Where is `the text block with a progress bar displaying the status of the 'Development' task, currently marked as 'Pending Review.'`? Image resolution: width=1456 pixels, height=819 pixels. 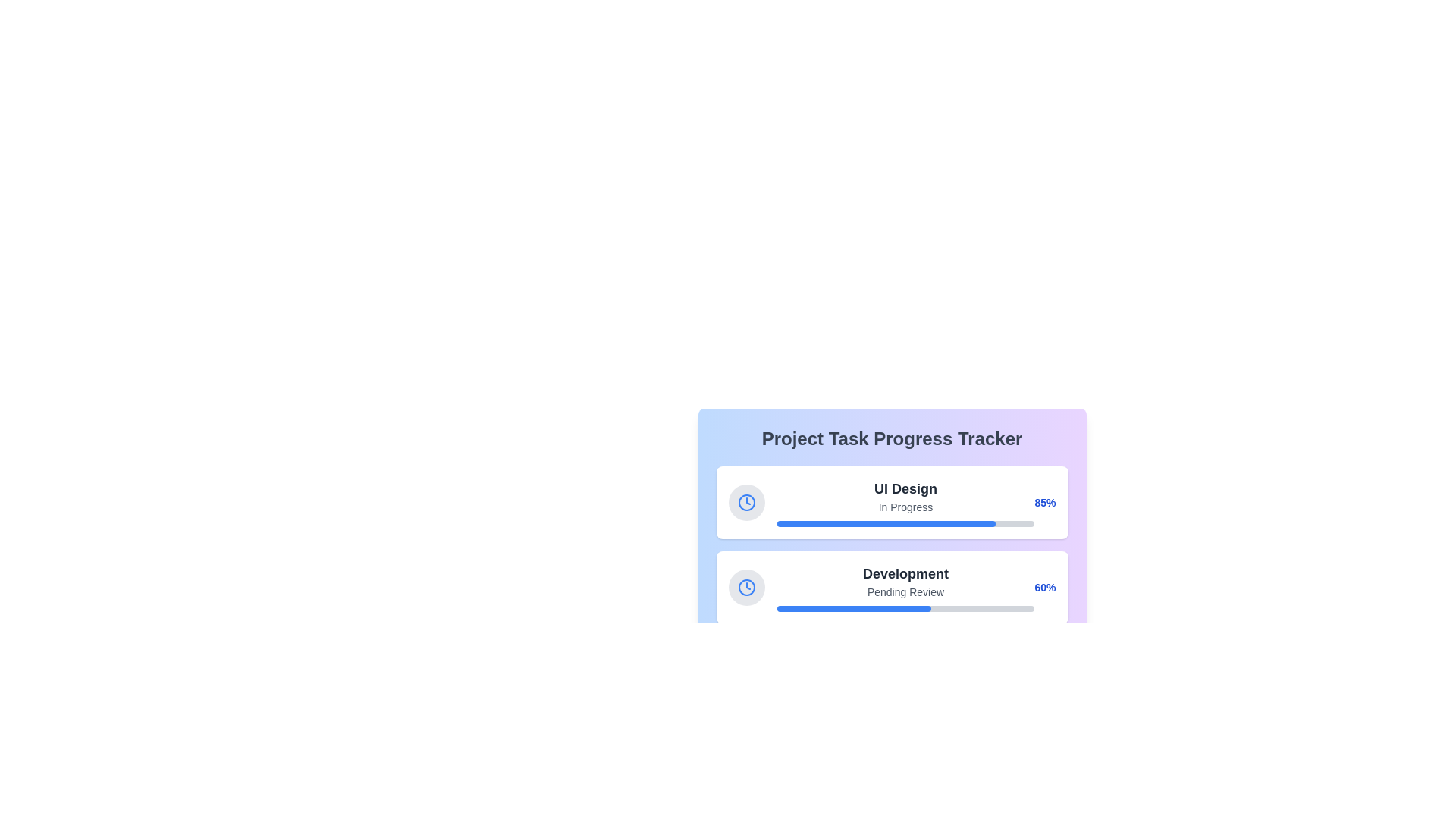 the text block with a progress bar displaying the status of the 'Development' task, currently marked as 'Pending Review.' is located at coordinates (905, 587).